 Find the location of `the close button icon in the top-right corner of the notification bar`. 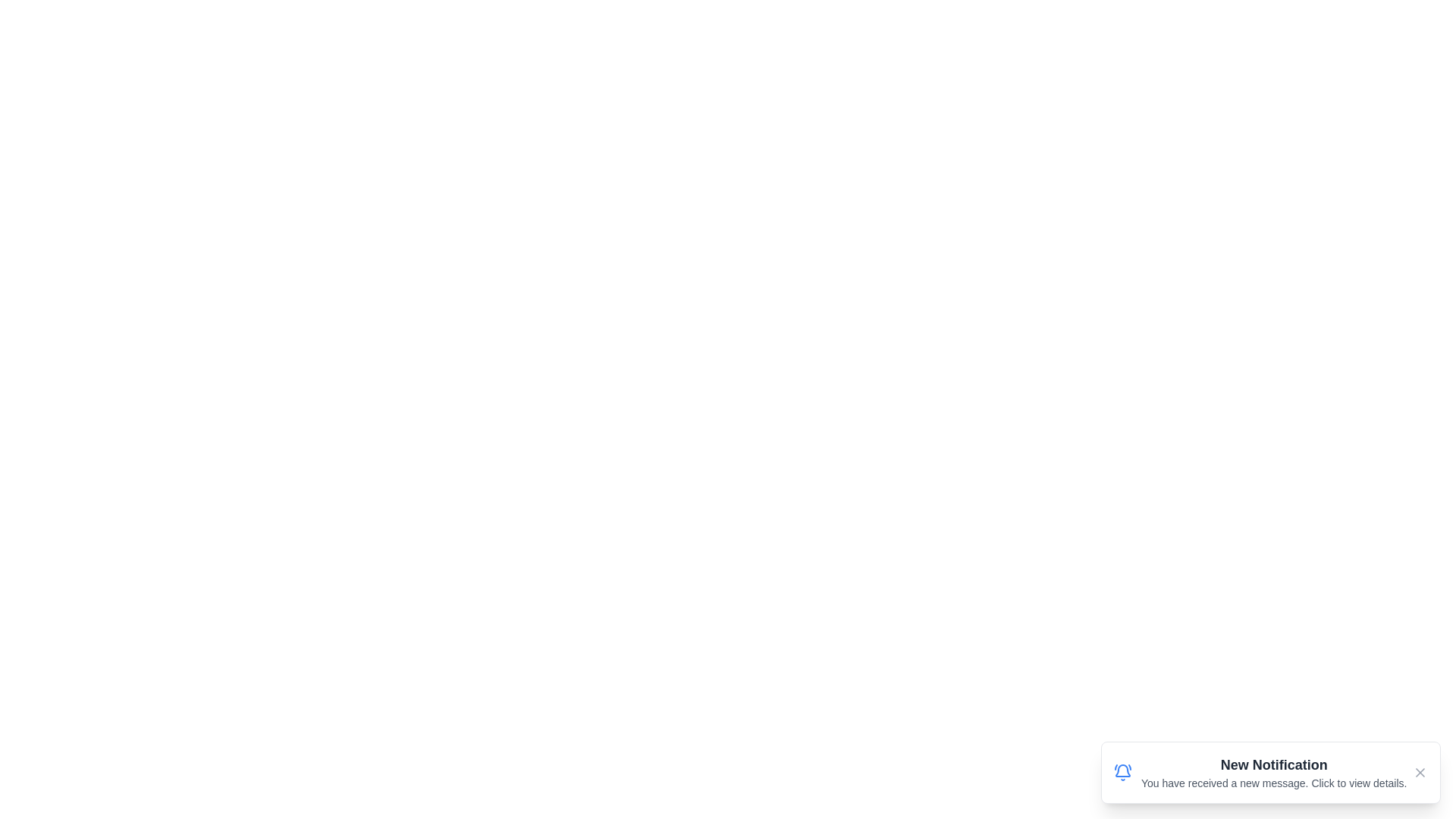

the close button icon in the top-right corner of the notification bar is located at coordinates (1419, 772).